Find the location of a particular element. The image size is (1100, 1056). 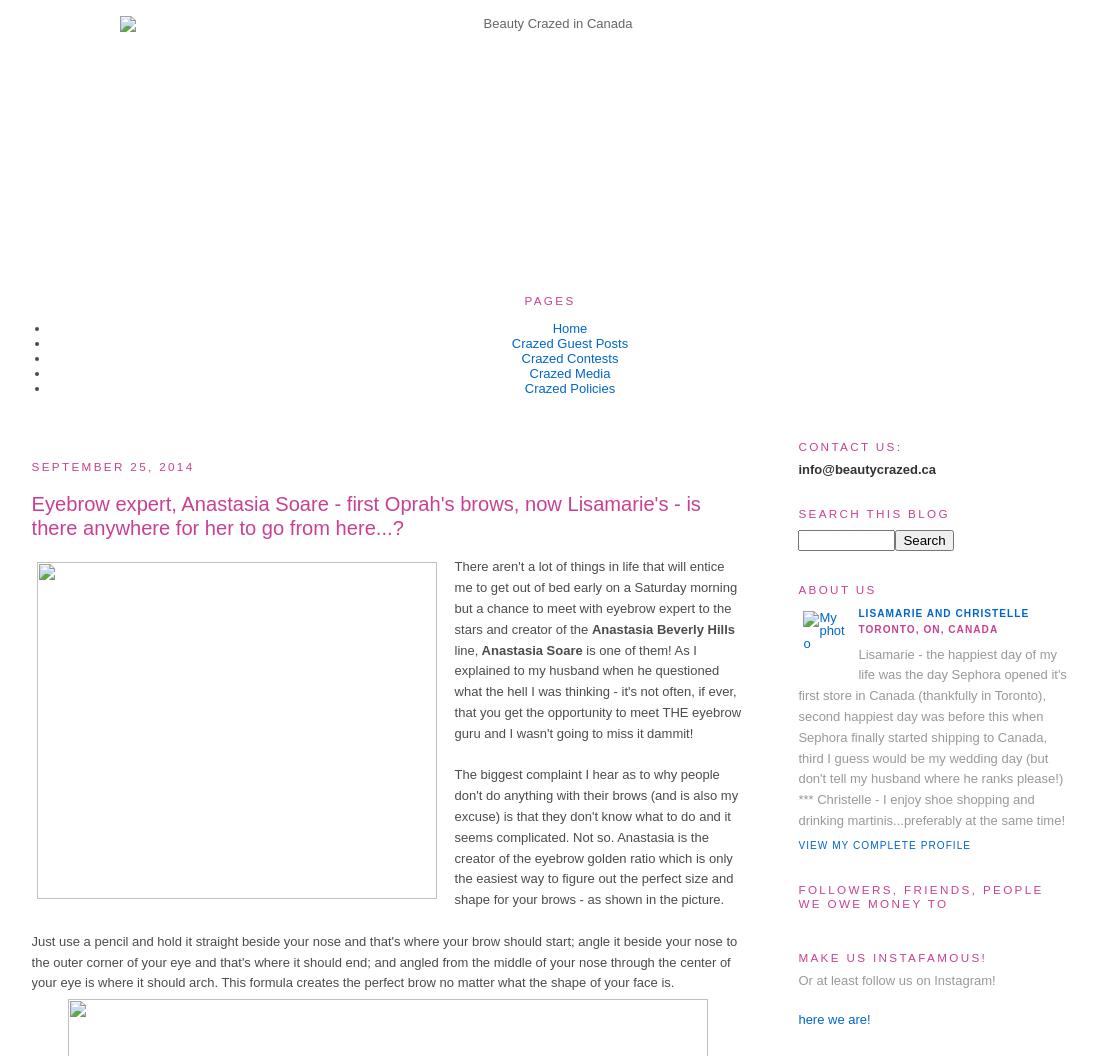

'There aren't a lot of things in life that will entice me to get out of bed early on a Saturday morning but a chance to meet with eyebrow expert to the stars and creator of the' is located at coordinates (452, 596).